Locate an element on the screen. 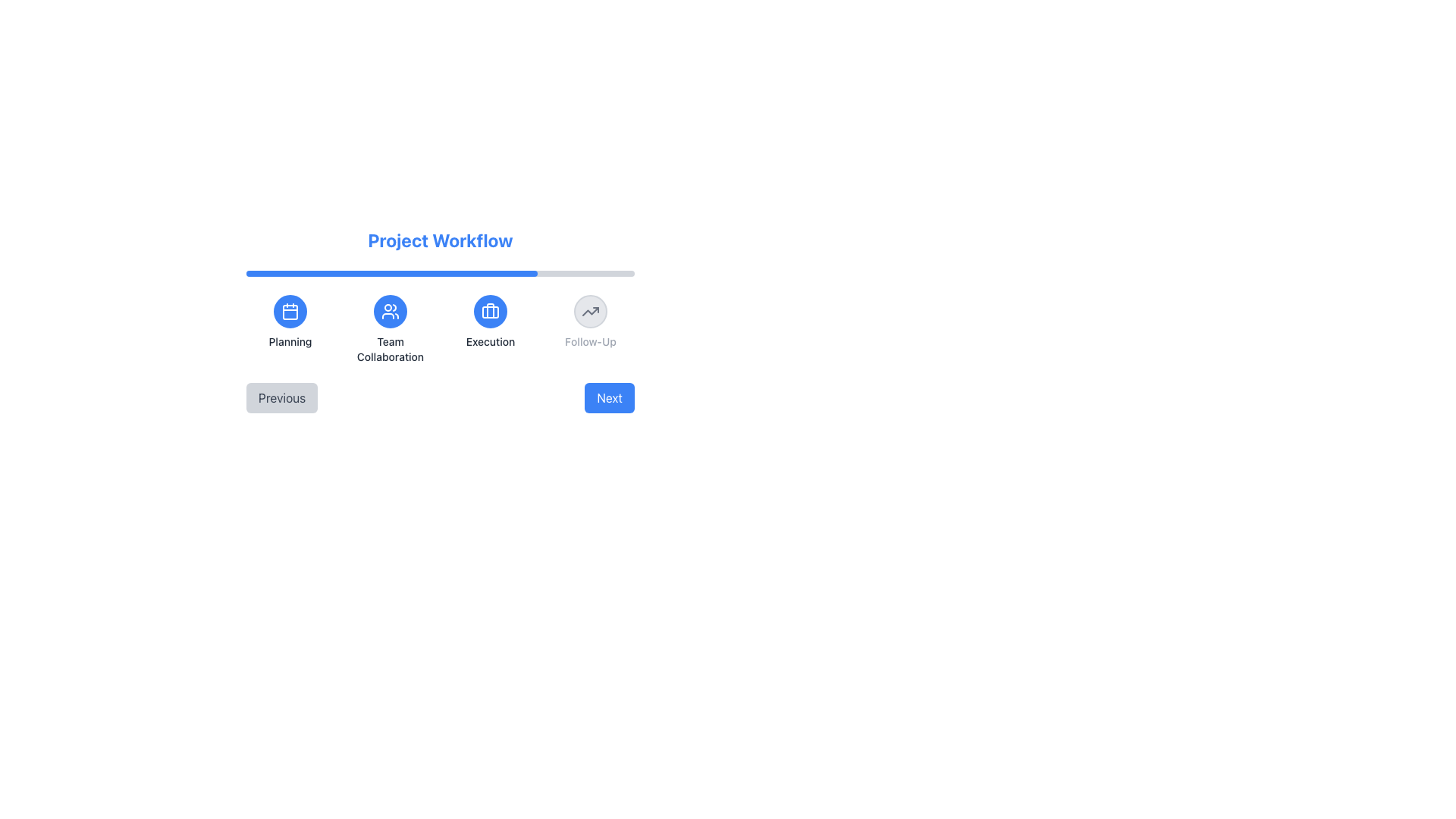 This screenshot has height=819, width=1456. the circular blue button with a white border and icon of two human figures is located at coordinates (390, 311).